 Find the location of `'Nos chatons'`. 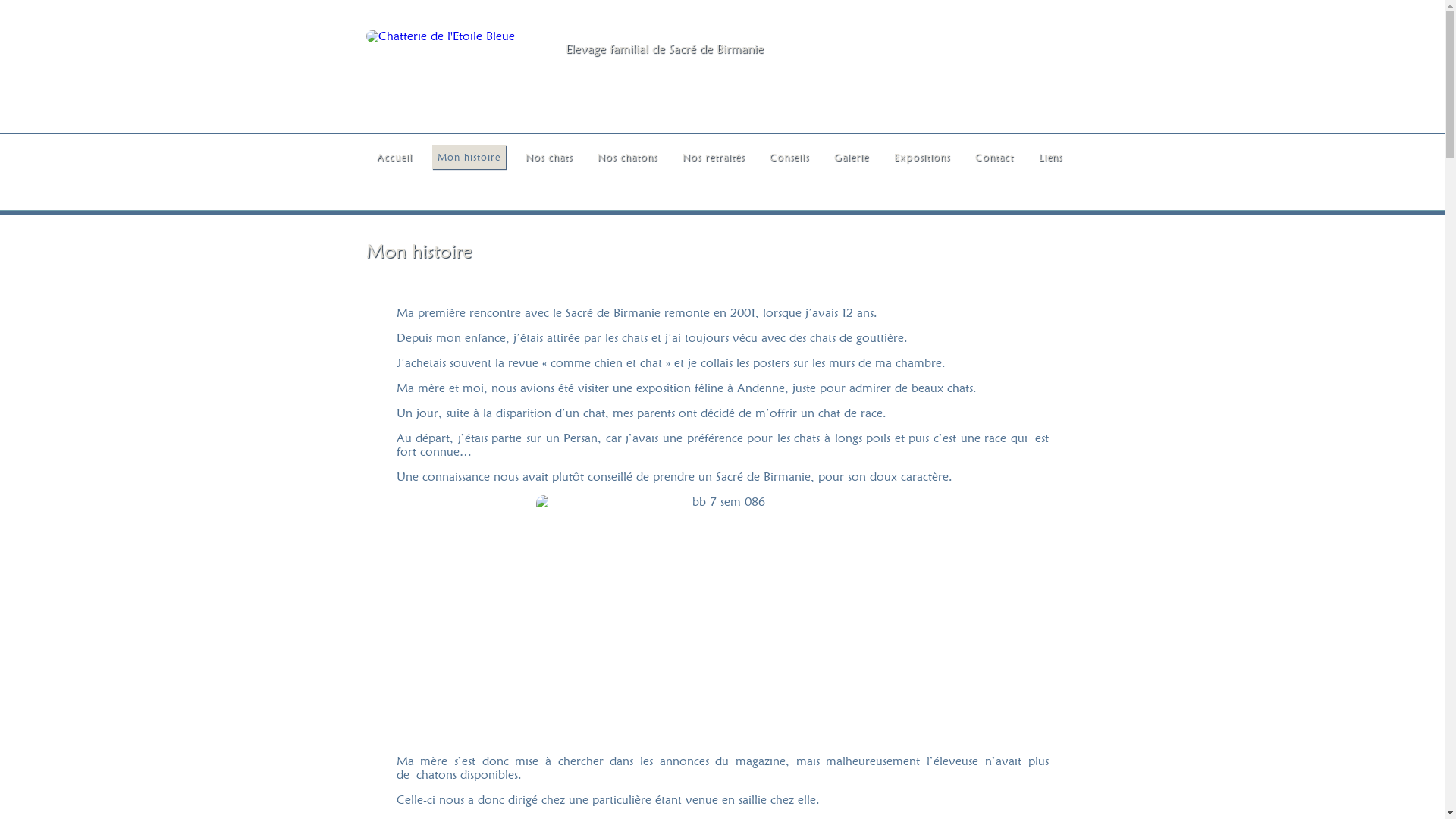

'Nos chatons' is located at coordinates (626, 157).